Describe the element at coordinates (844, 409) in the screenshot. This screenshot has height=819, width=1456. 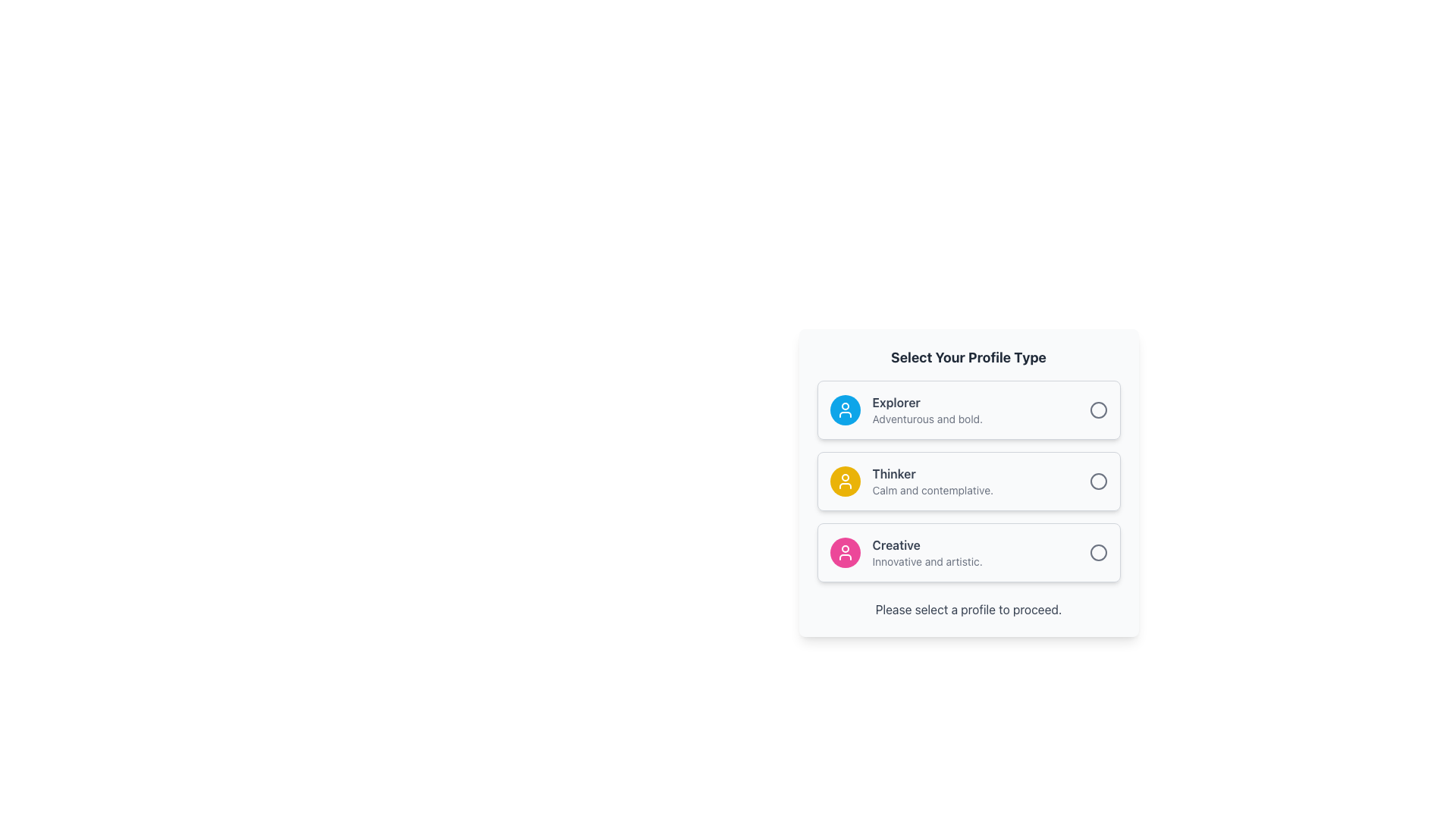
I see `the 'Explorer' profile type icon, which is the first in the vertically arranged list of profile type selectors located at the top, next to the label 'Explorer'` at that location.